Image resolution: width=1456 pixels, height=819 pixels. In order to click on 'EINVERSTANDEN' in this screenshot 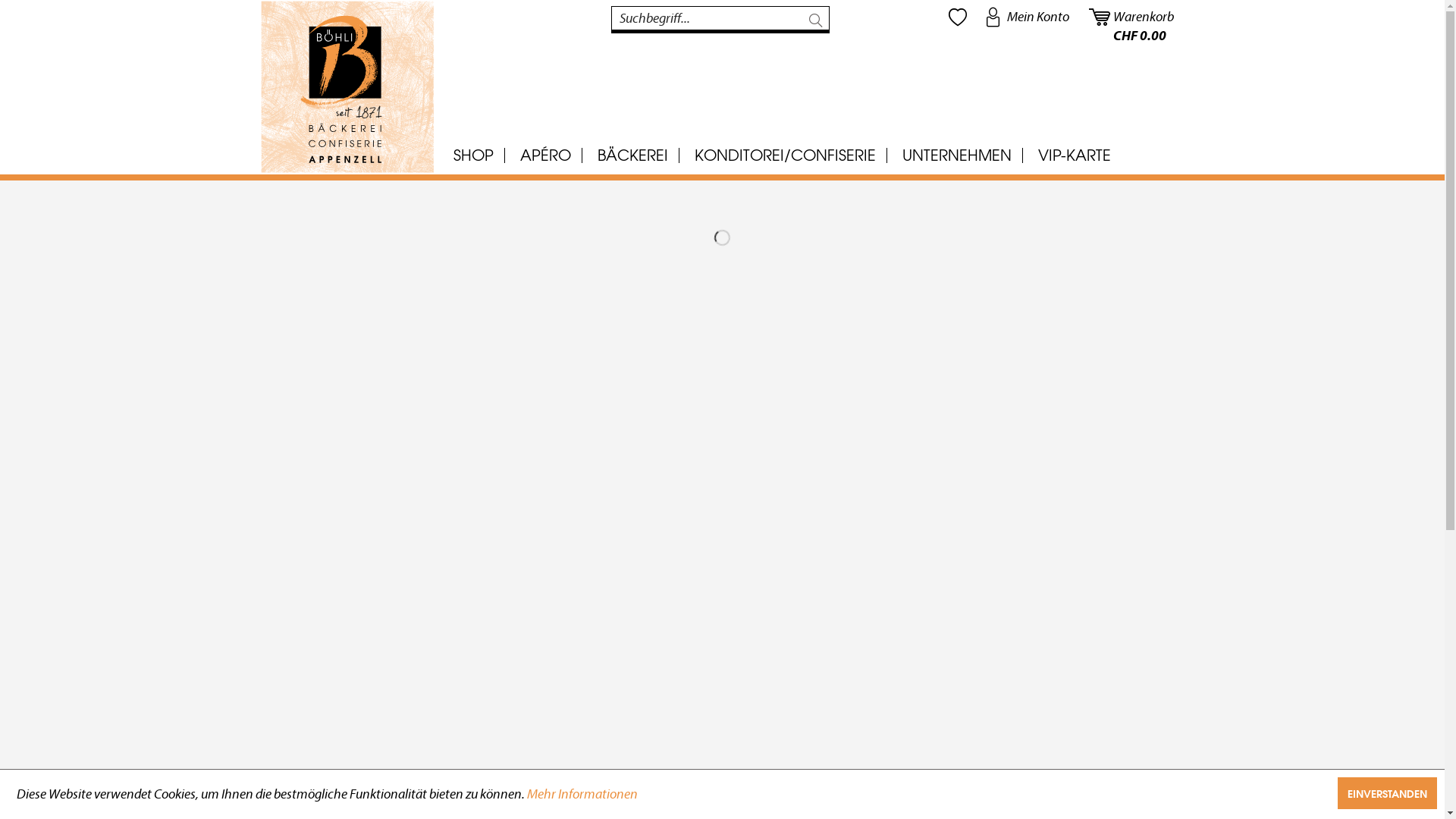, I will do `click(1387, 792)`.